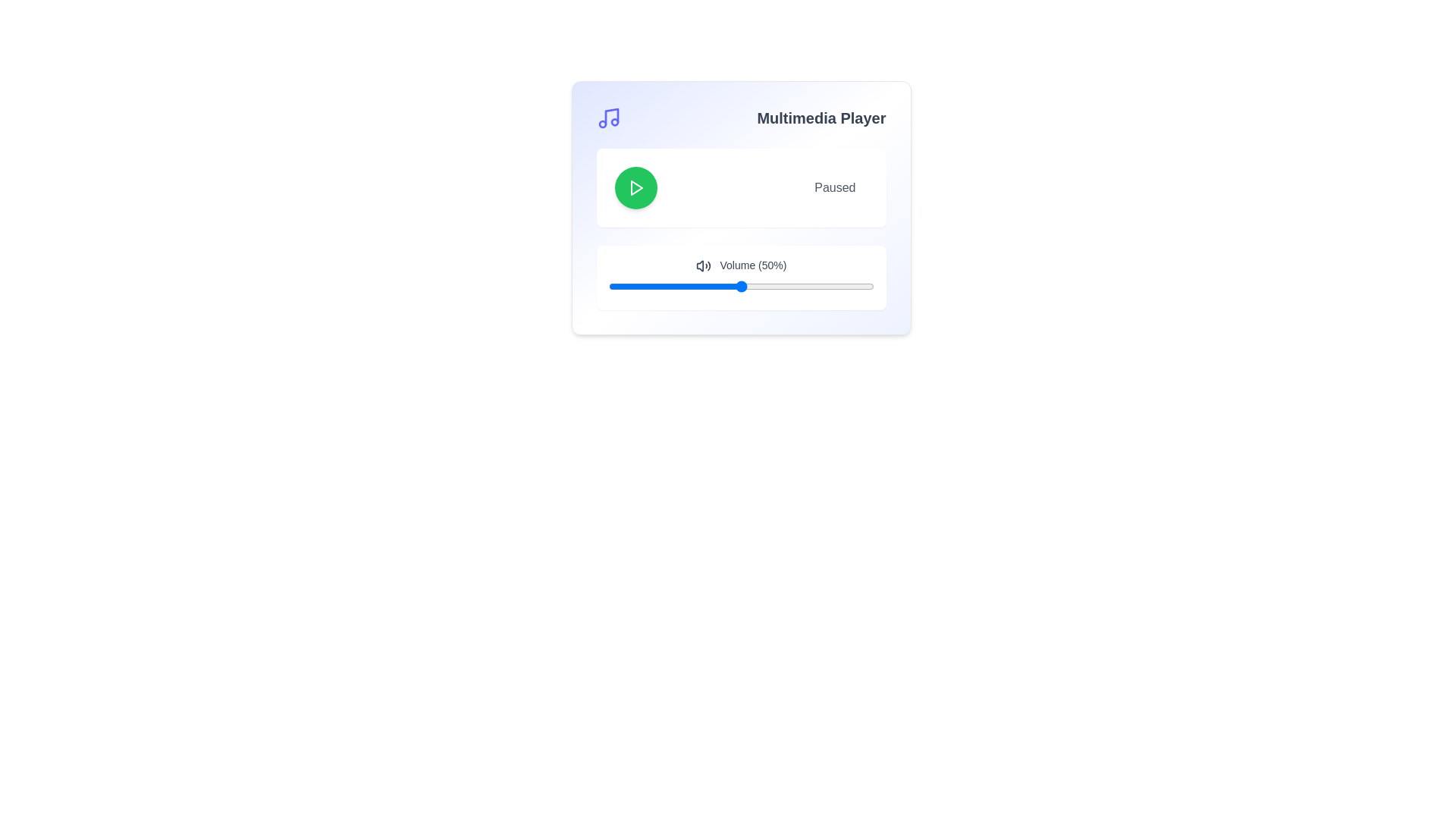 Image resolution: width=1456 pixels, height=819 pixels. I want to click on volume, so click(637, 287).